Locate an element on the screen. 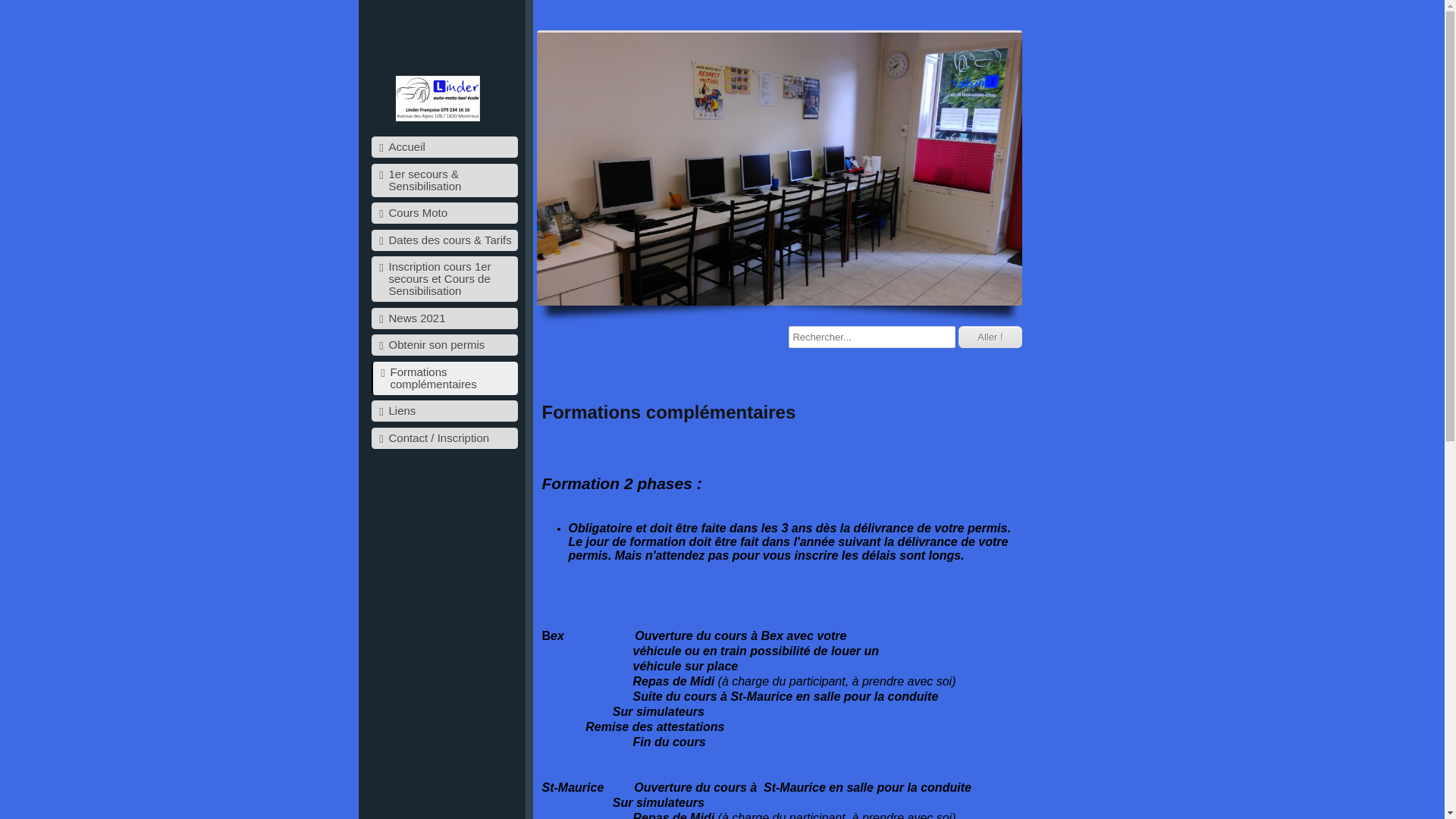  'Contact / Inscription' is located at coordinates (444, 438).